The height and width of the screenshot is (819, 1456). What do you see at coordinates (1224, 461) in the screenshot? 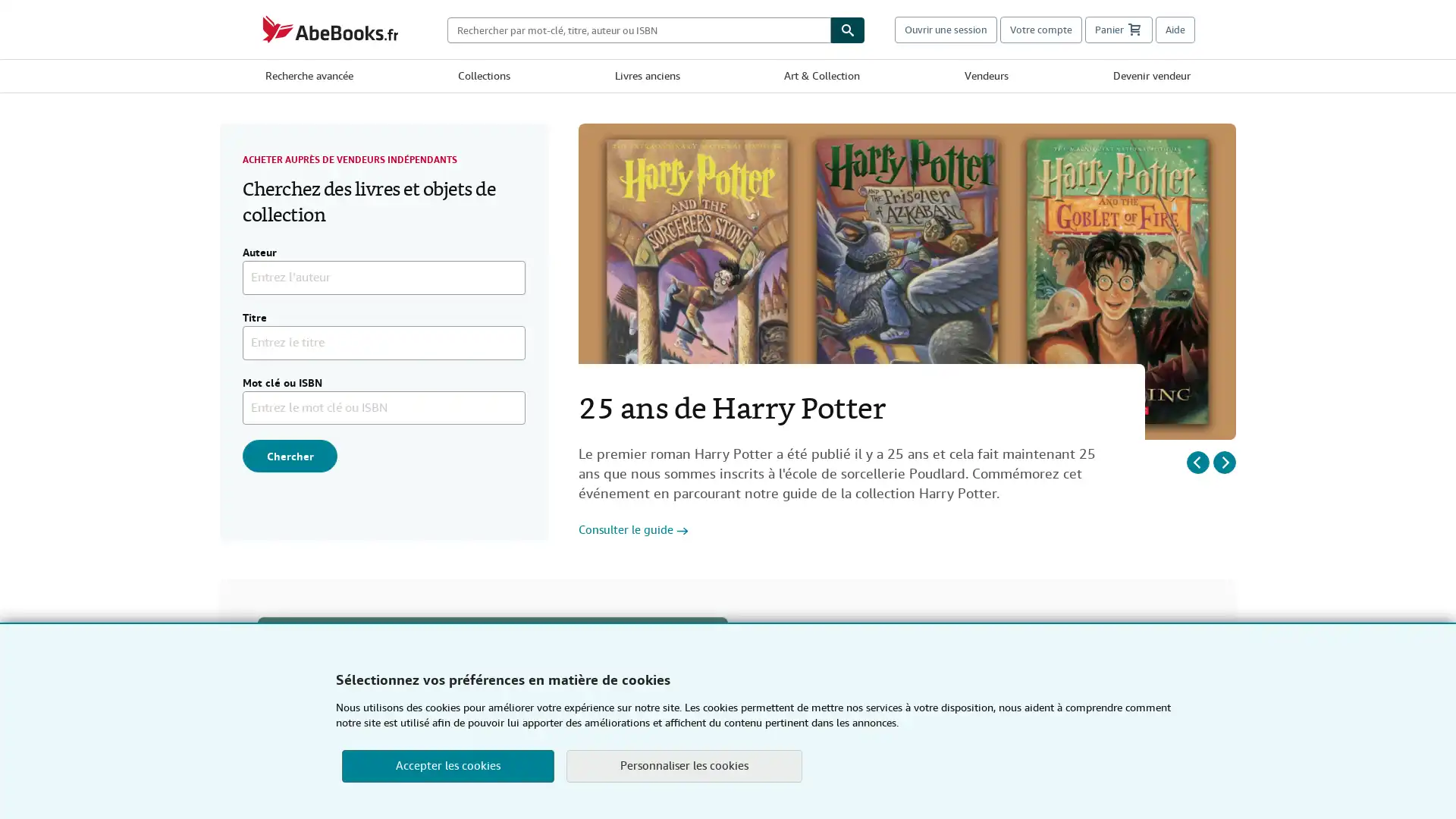
I see `Next` at bounding box center [1224, 461].